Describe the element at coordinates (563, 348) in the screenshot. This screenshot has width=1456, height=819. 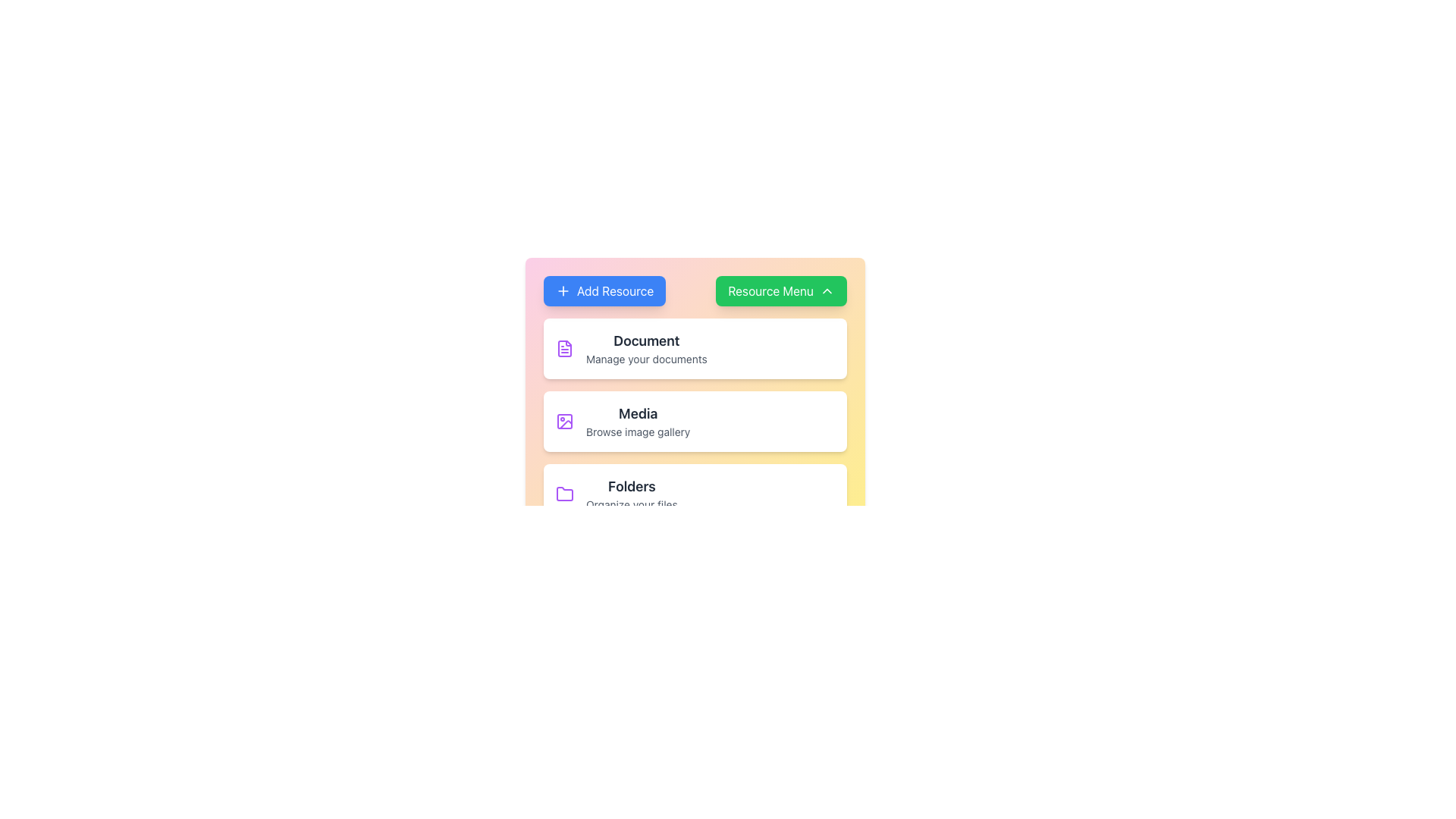
I see `the document icon, which is a graphic depiction of a white page with a purple outline located to the left of the 'Document' label in the list of resource items, to use it as a reference when selecting the associated option` at that location.